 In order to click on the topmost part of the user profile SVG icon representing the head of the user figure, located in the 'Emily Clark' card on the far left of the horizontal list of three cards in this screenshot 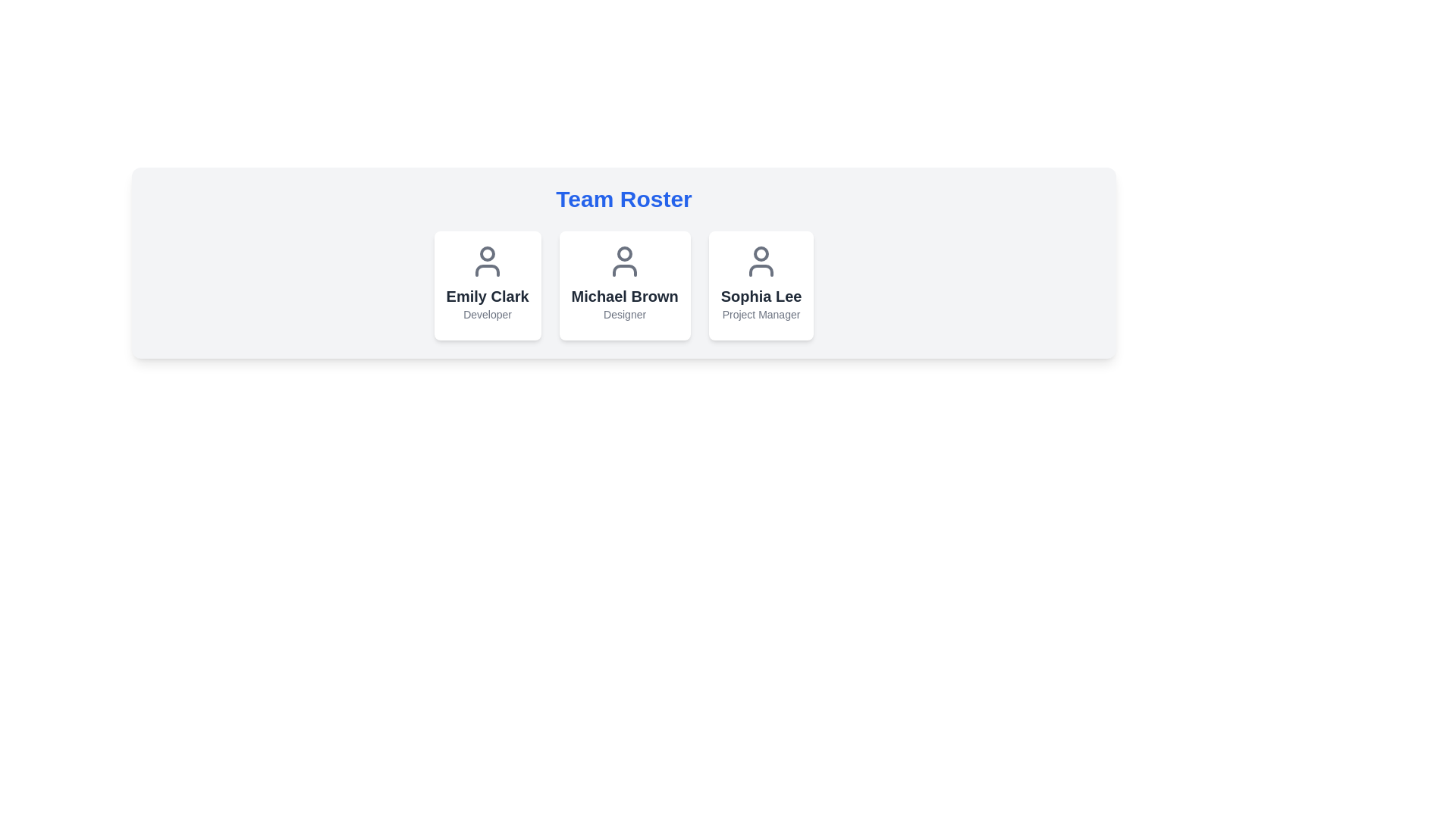, I will do `click(488, 253)`.